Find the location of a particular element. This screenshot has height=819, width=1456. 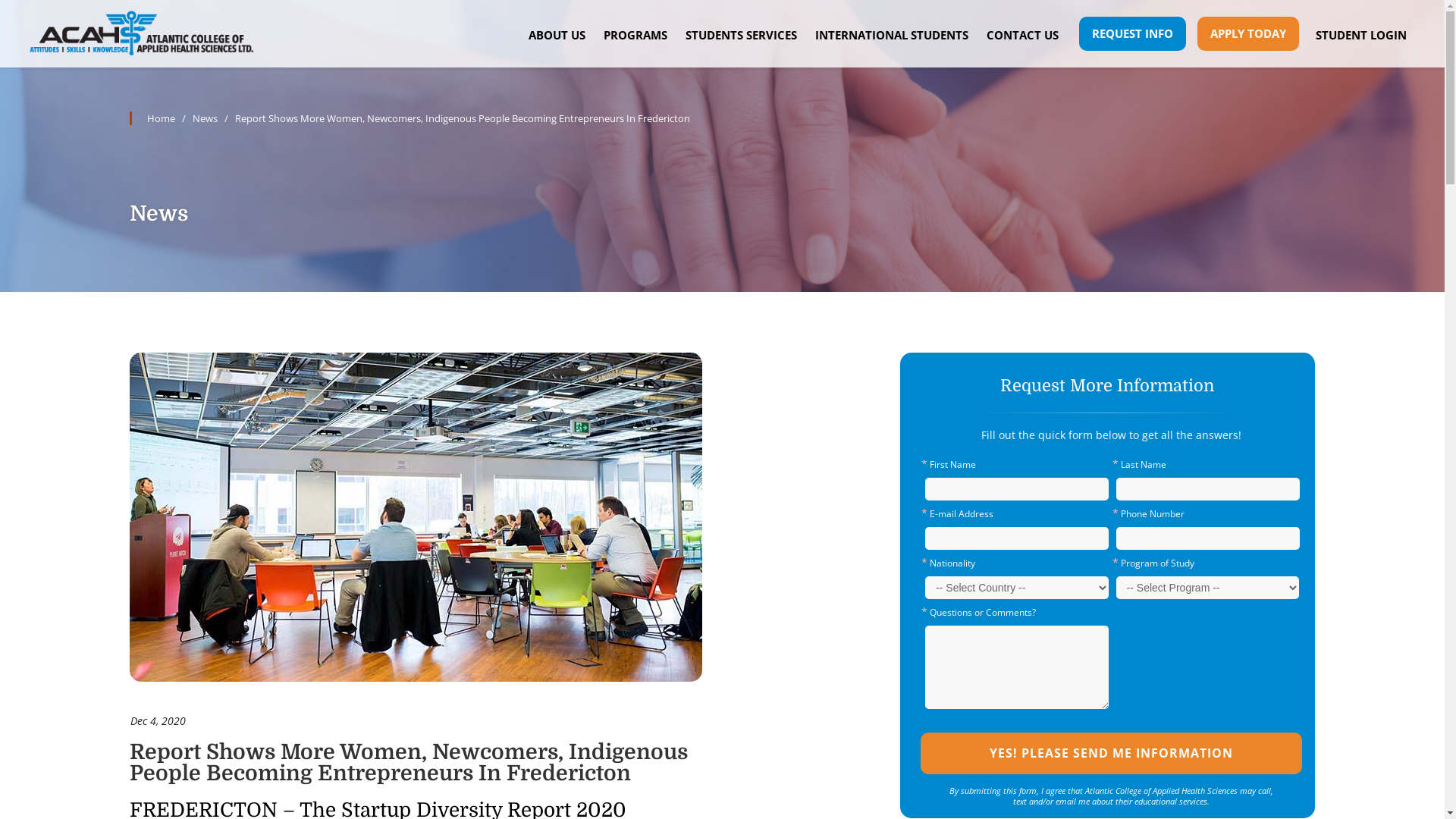

'CONTACT US' is located at coordinates (1022, 34).